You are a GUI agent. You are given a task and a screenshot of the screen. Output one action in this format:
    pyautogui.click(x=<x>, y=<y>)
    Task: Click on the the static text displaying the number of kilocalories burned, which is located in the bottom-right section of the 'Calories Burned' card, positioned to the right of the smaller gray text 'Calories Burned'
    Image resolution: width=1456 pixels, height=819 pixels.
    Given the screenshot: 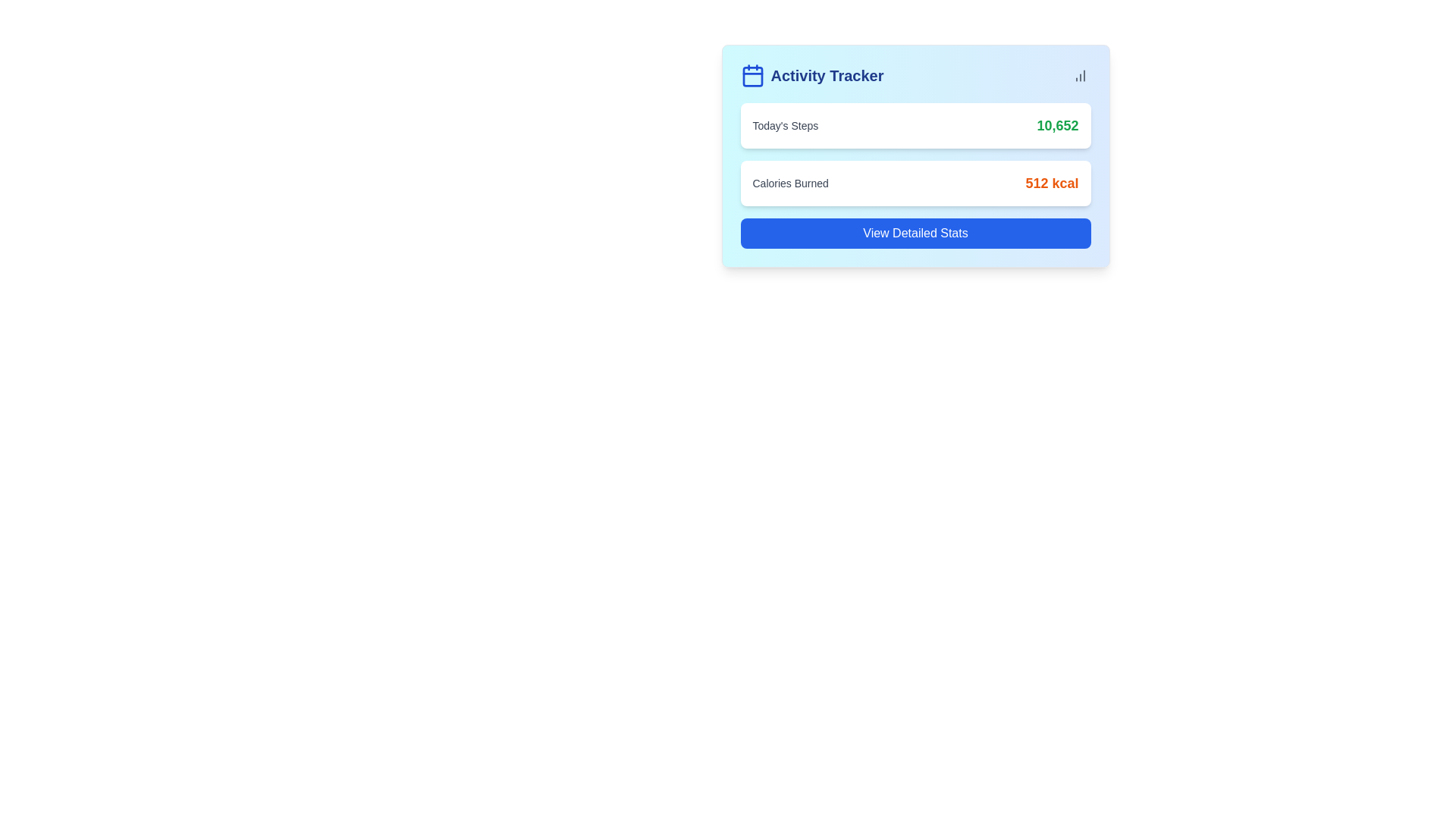 What is the action you would take?
    pyautogui.click(x=1051, y=183)
    